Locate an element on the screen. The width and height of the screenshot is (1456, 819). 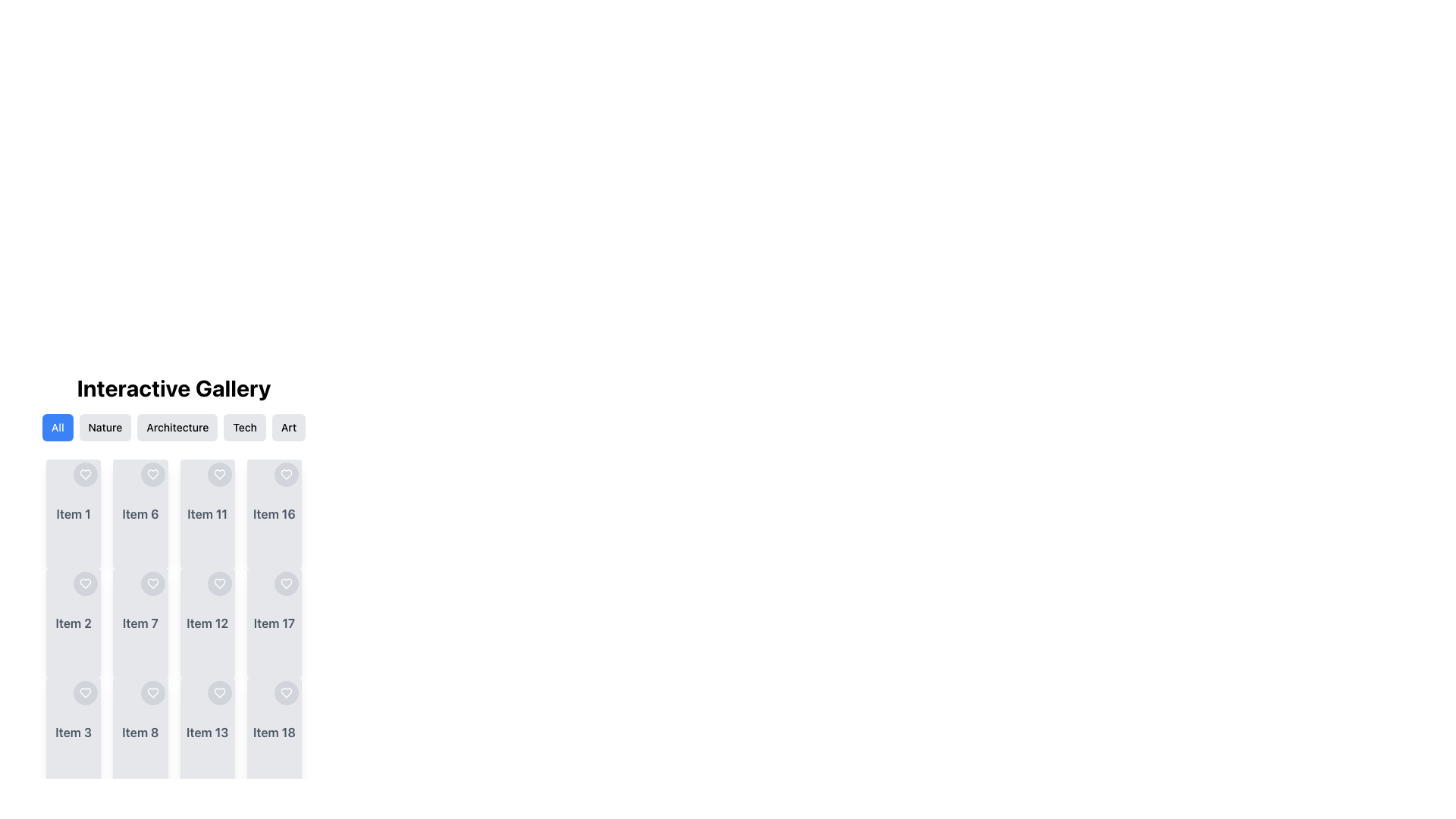
the label/text component located in the fourth column and fourth row of the grid layout, which serves as an identifier for an item in the content gallery is located at coordinates (206, 731).